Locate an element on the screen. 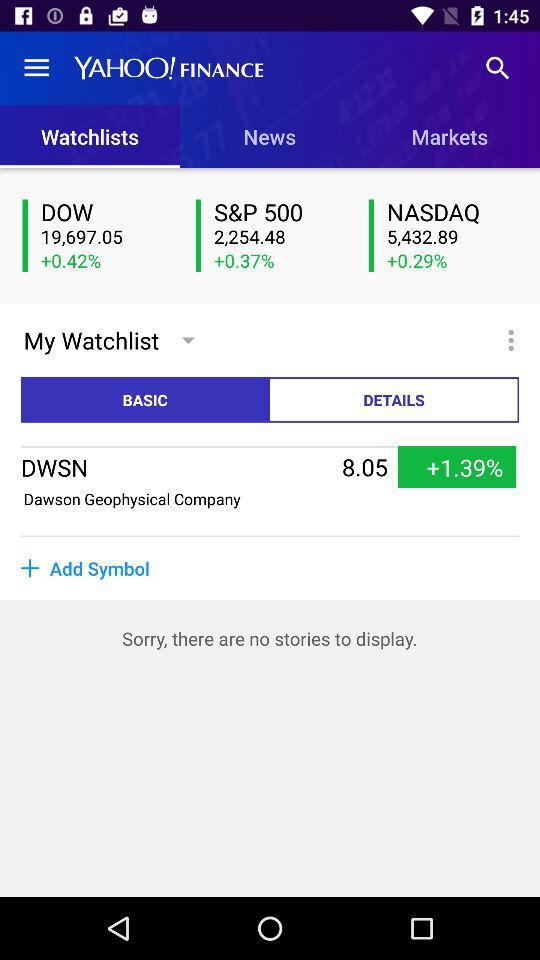 The image size is (540, 960). basic item is located at coordinates (144, 398).